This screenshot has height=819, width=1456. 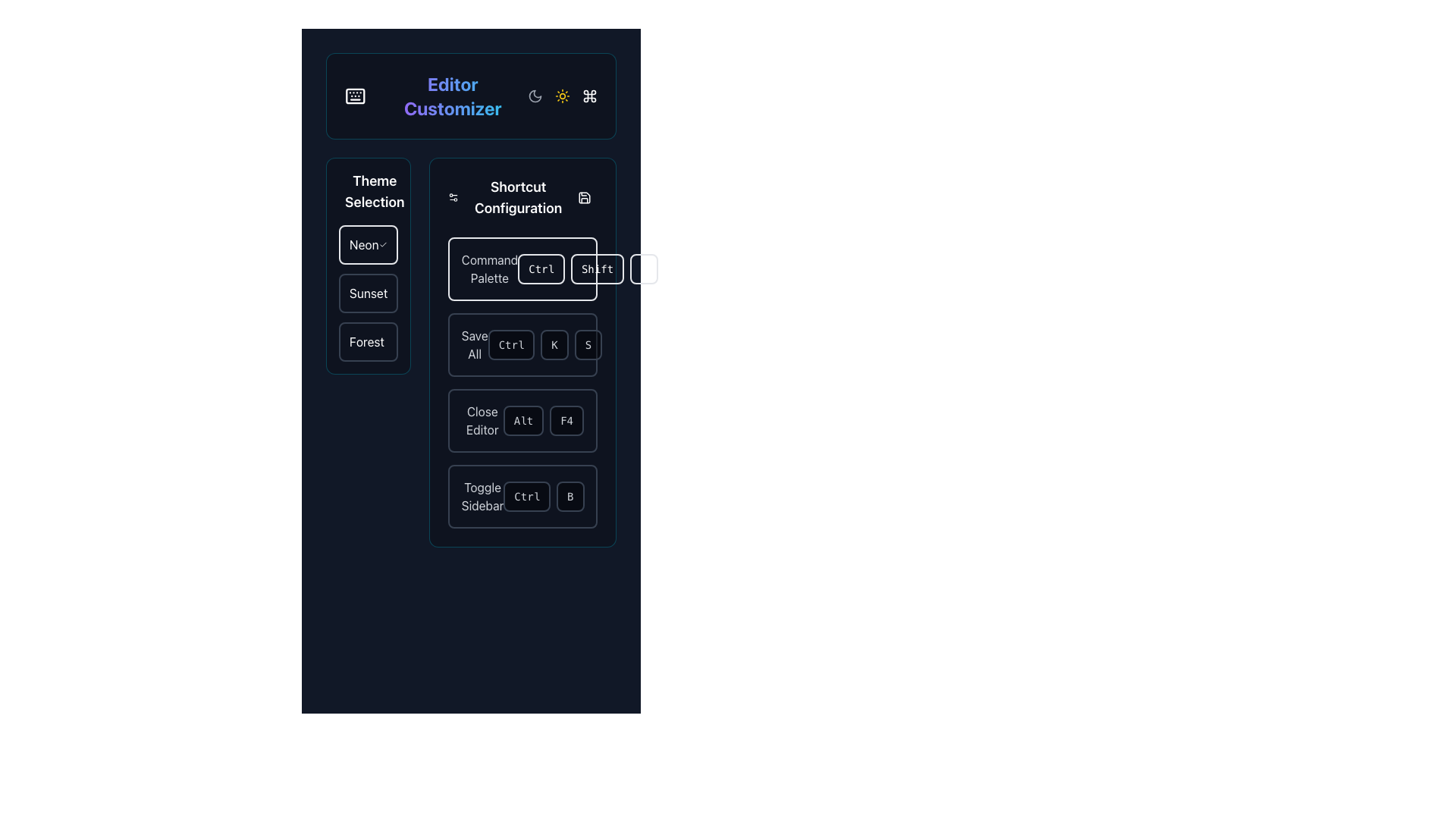 I want to click on the Checkmark icon indicating the 'Neon' theme in the theme selection menu, located to the right of the text 'Neon', so click(x=383, y=244).